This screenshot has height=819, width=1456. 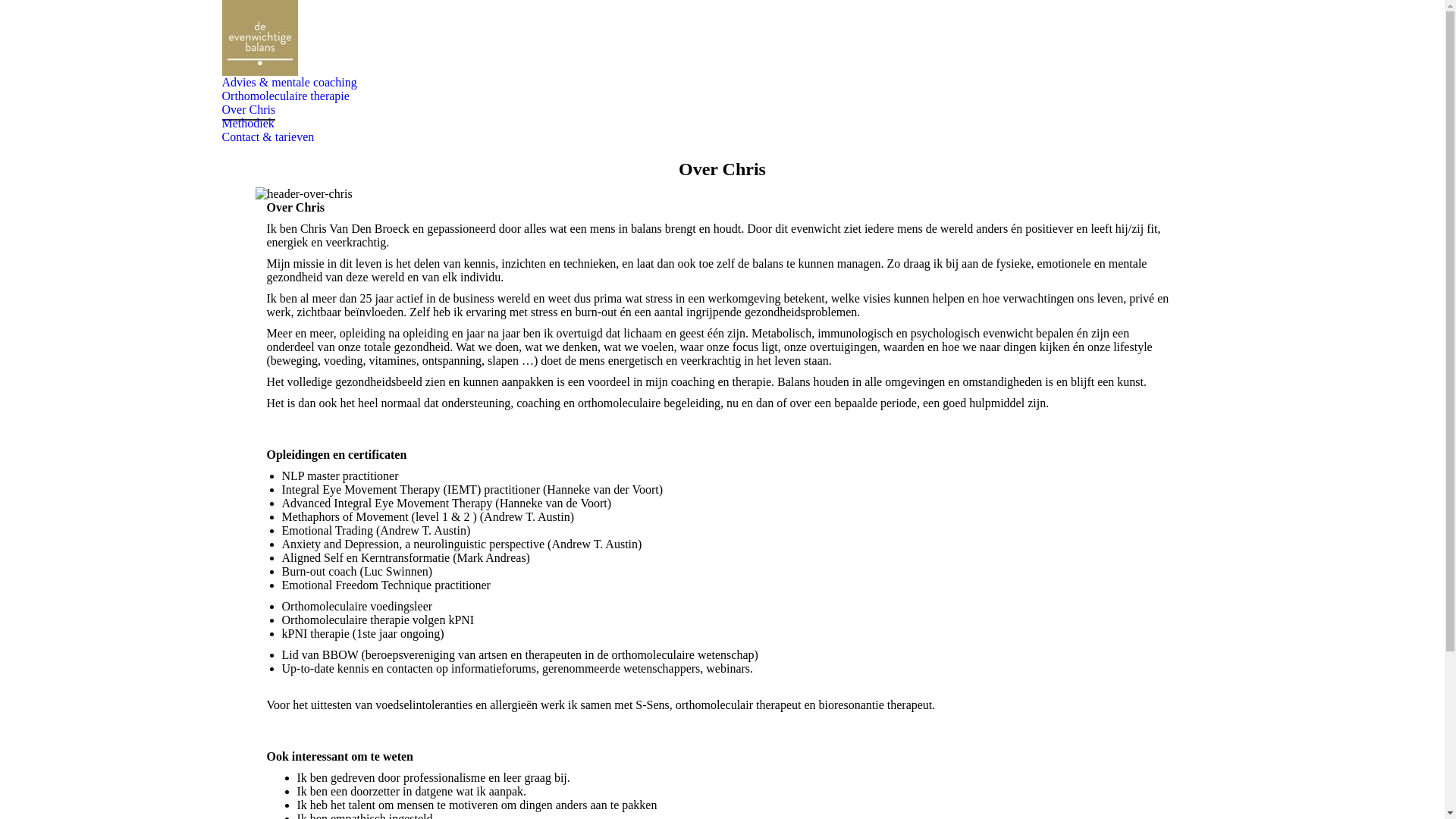 I want to click on 'Methodiek', so click(x=247, y=122).